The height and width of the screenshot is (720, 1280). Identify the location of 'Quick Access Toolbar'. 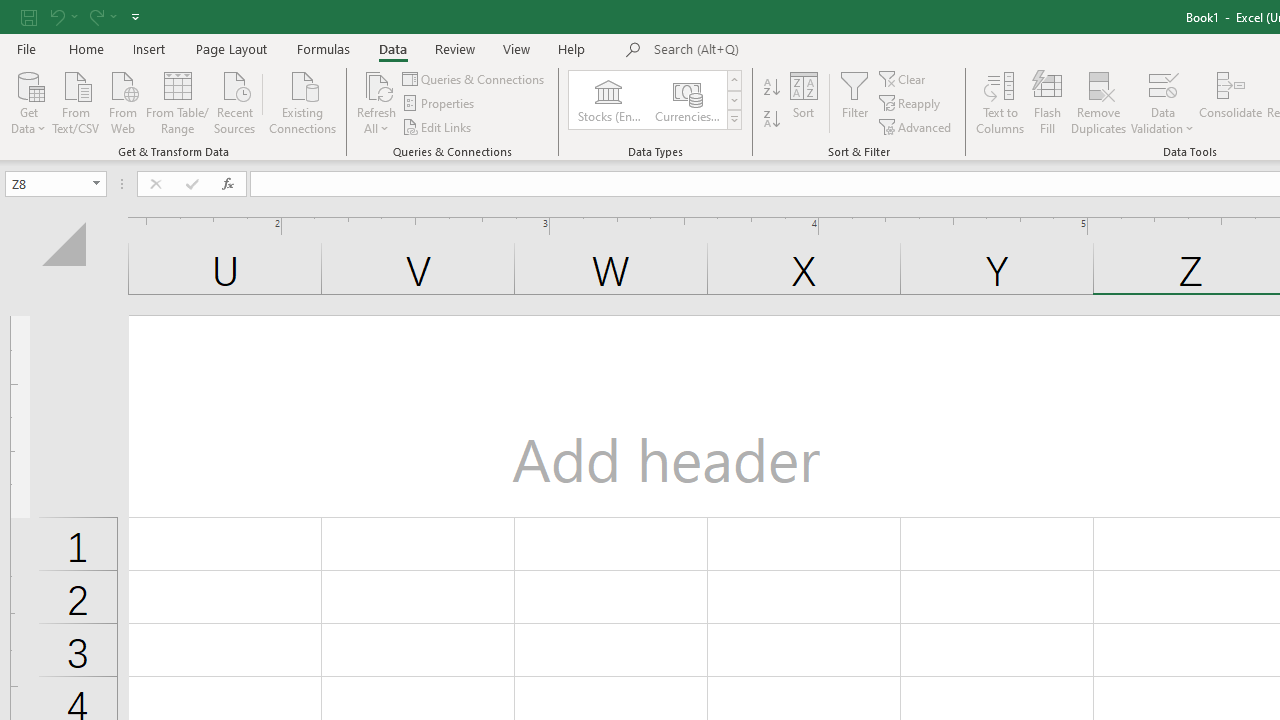
(81, 16).